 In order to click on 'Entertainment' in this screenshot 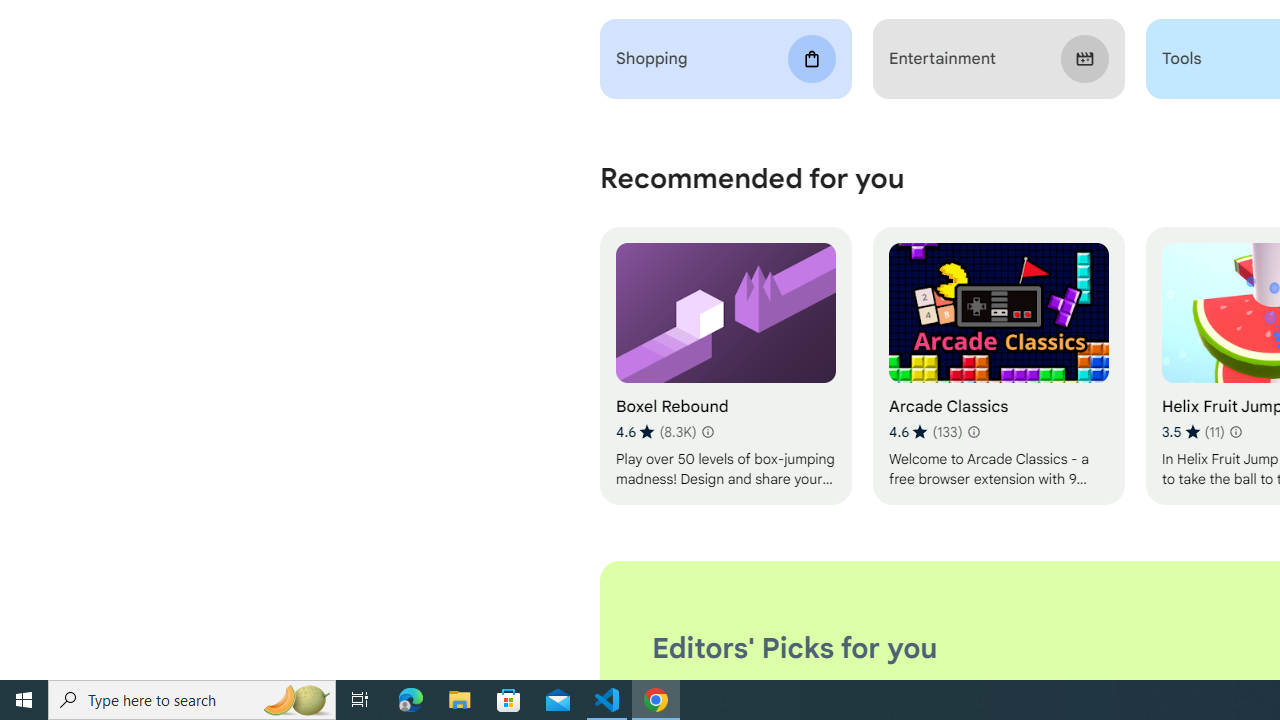, I will do `click(998, 58)`.